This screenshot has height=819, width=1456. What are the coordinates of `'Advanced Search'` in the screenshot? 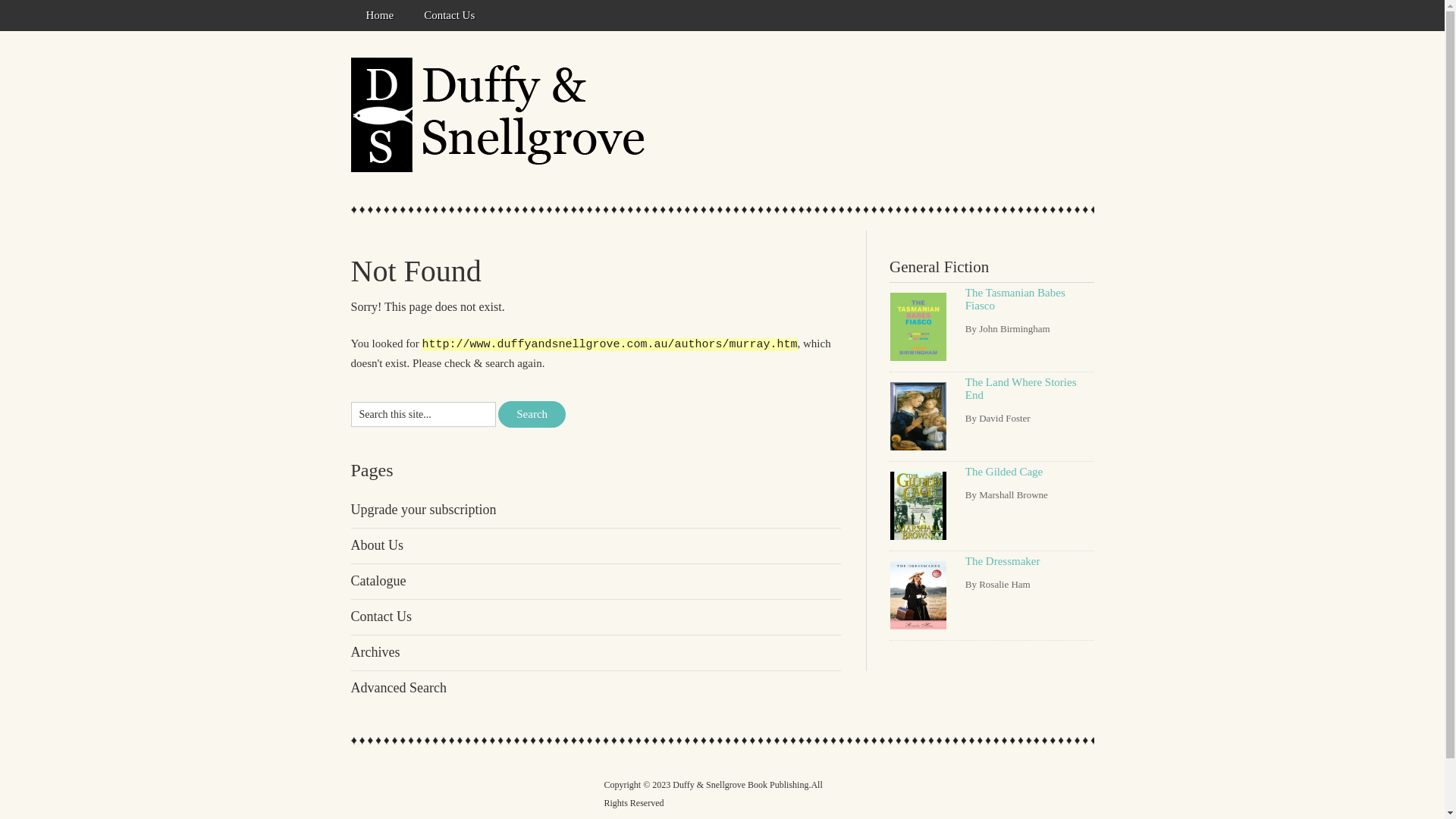 It's located at (397, 687).